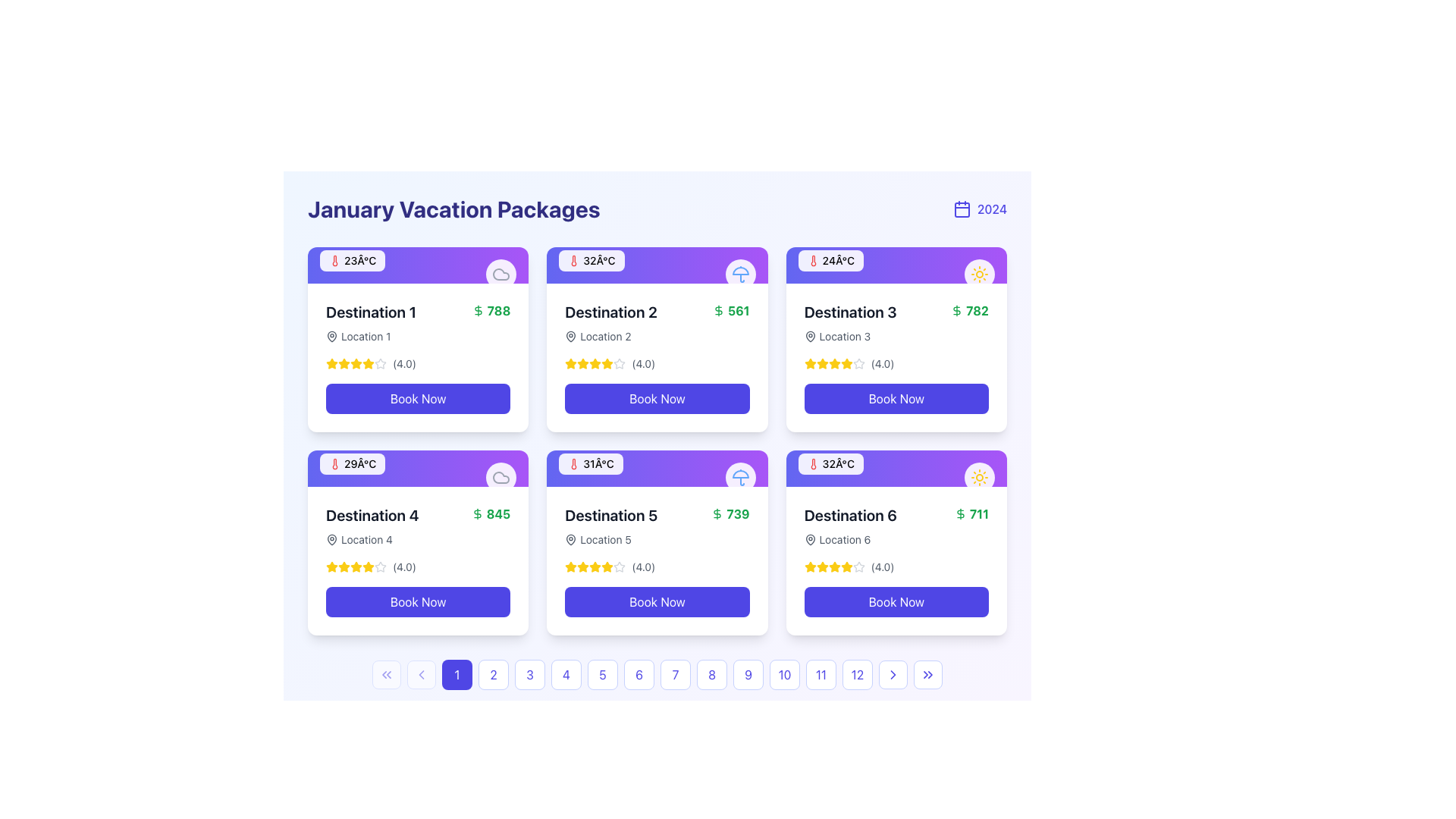 Image resolution: width=1456 pixels, height=819 pixels. I want to click on the weather conditions icon, which is an umbrella with a blue outline on a white circular background, located in the top-right corner of the 'Destination 2' card, so click(740, 275).